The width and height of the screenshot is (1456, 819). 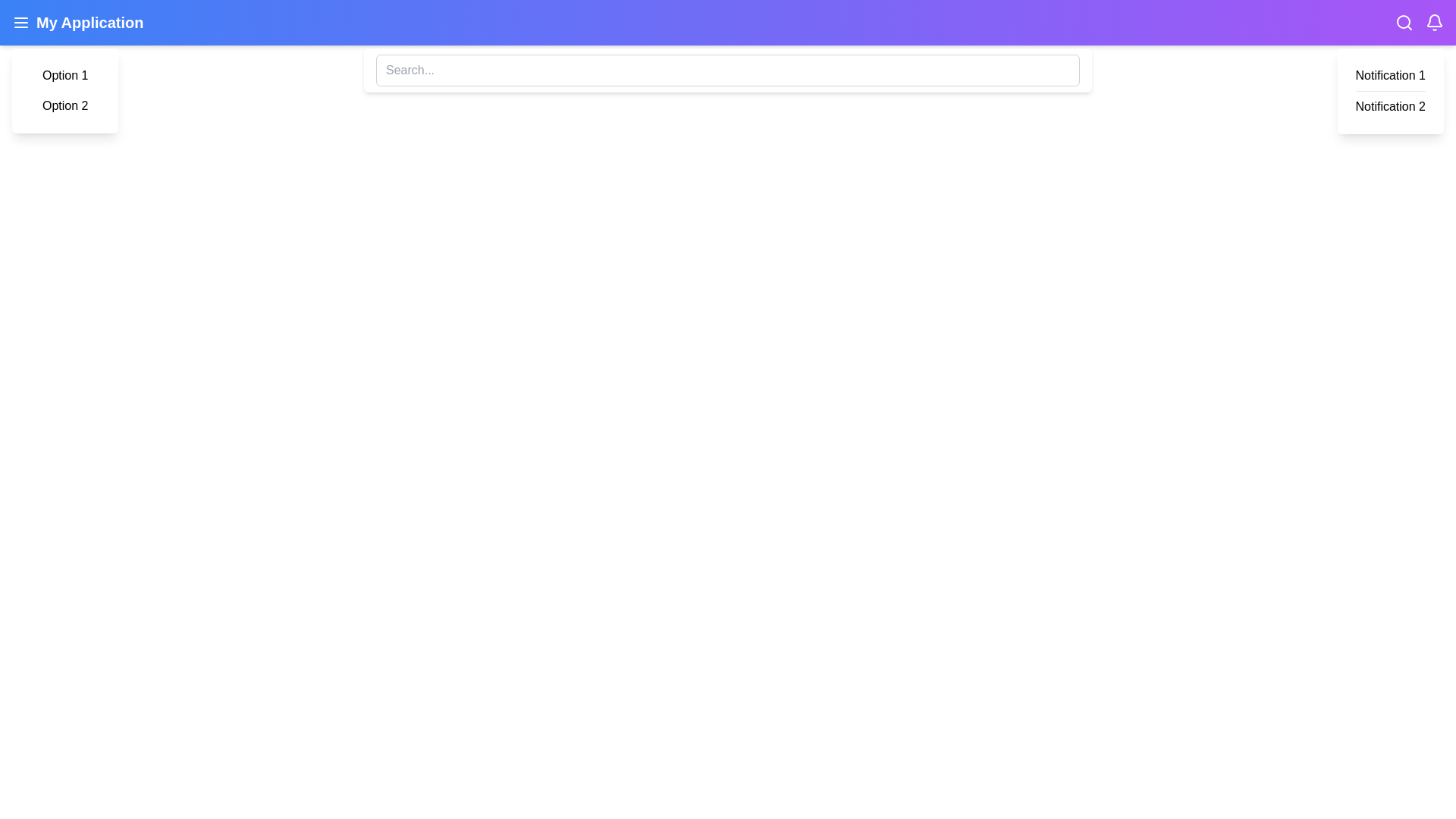 I want to click on the non-interactive text label that displays a notification identifier, located at the top of the vertical stack of labels in the top-right corner of the interface, so click(x=1390, y=76).